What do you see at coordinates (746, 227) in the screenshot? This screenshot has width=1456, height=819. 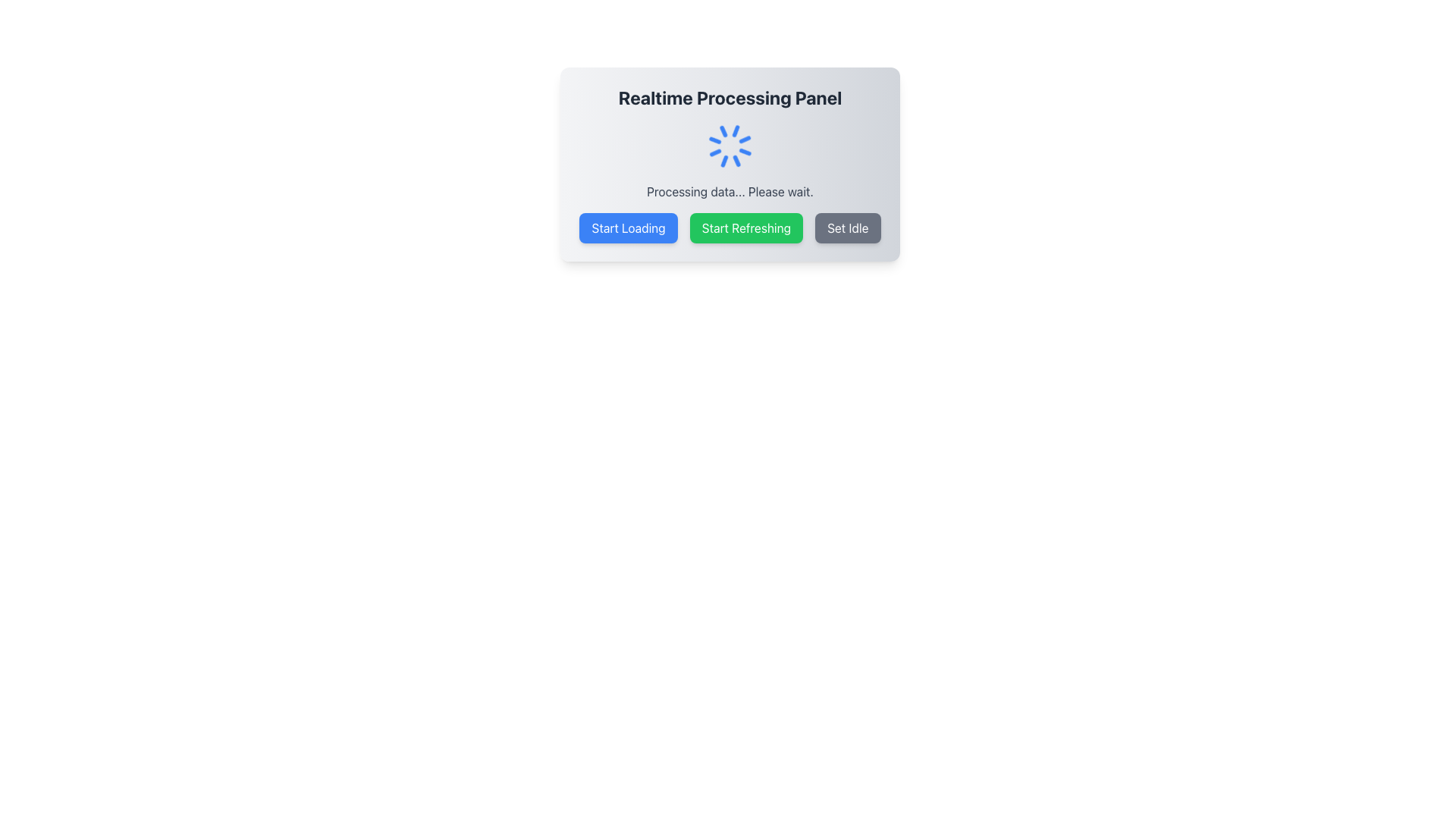 I see `the green 'Start Refreshing' button, which is the second button in a row of three, to change its background color to a darker green` at bounding box center [746, 227].